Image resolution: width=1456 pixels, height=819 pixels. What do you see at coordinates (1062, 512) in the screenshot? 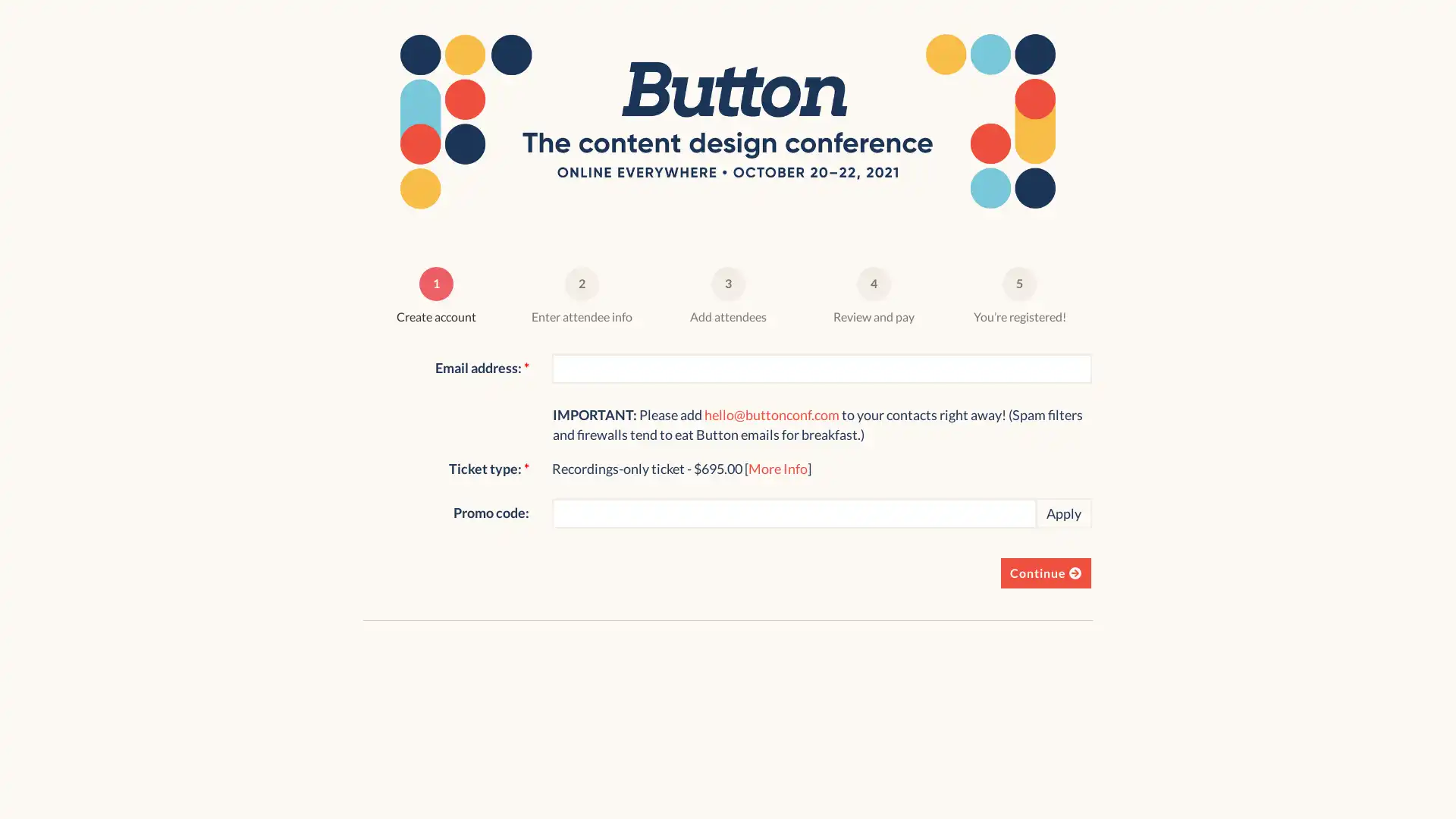
I see `Apply` at bounding box center [1062, 512].